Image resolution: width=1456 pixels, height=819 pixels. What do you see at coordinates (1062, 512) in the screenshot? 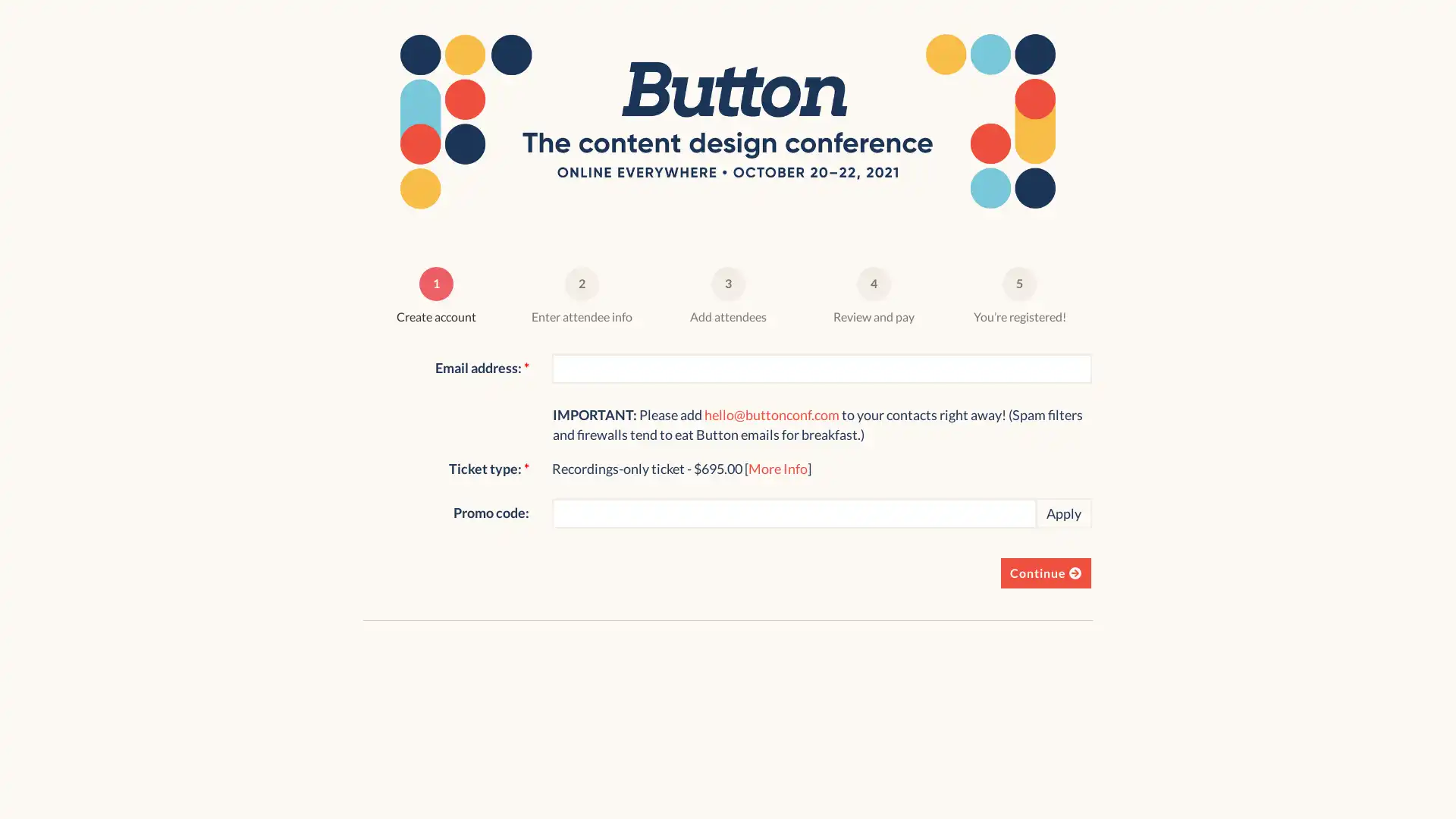
I see `Apply` at bounding box center [1062, 512].